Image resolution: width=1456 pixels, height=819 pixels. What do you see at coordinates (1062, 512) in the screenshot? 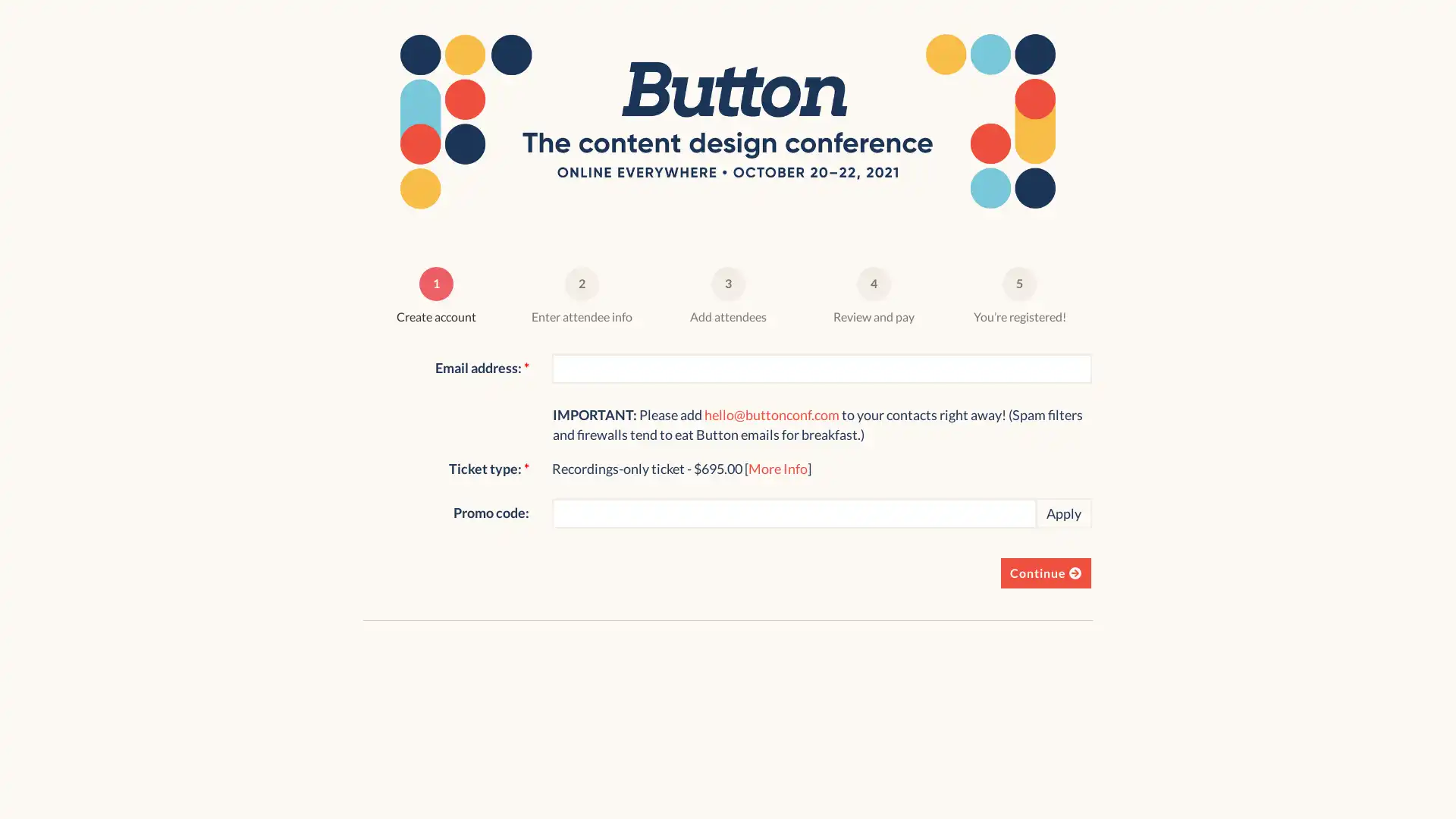
I see `Apply` at bounding box center [1062, 512].